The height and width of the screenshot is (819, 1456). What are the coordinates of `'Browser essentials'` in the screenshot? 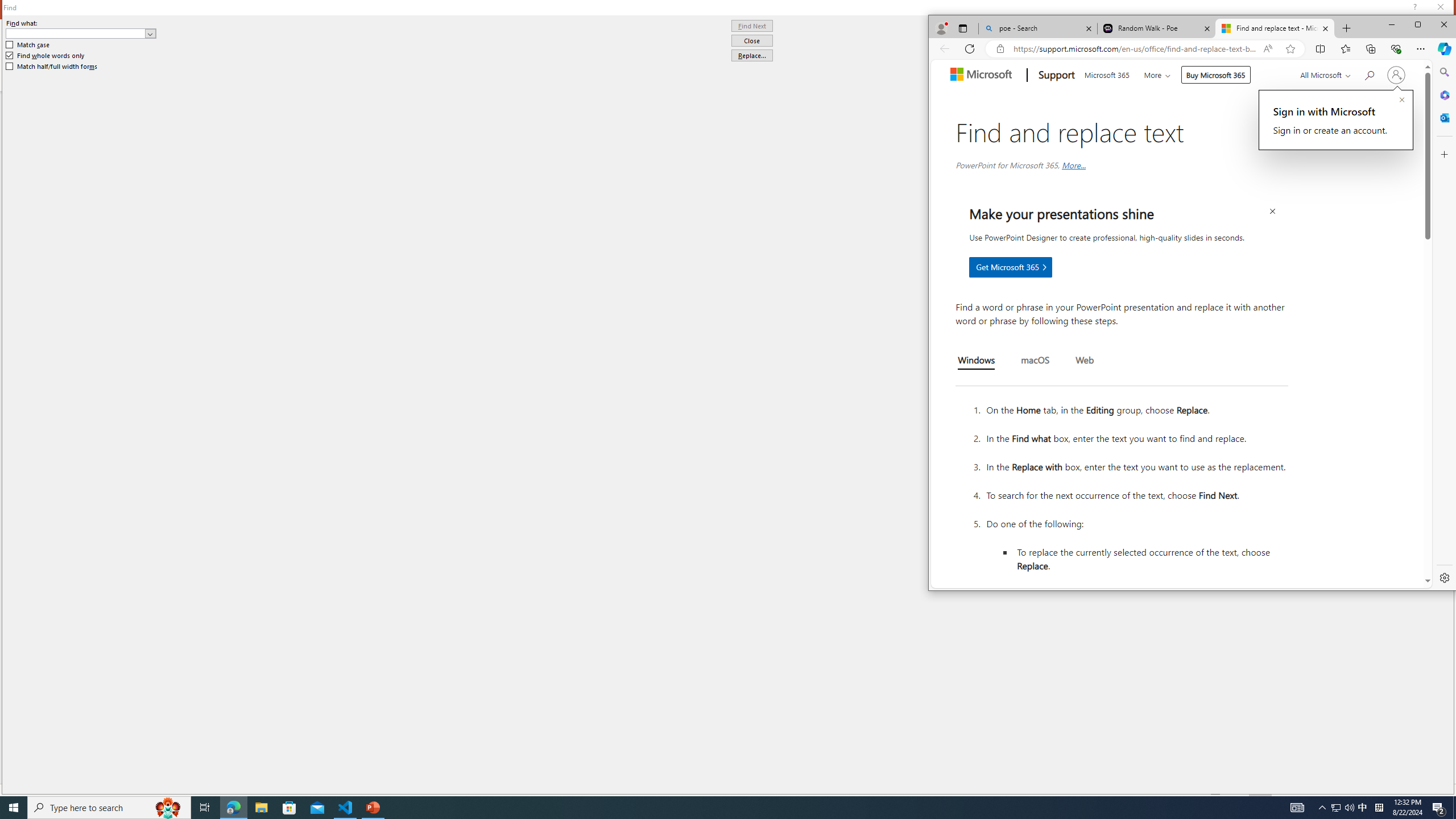 It's located at (1395, 48).